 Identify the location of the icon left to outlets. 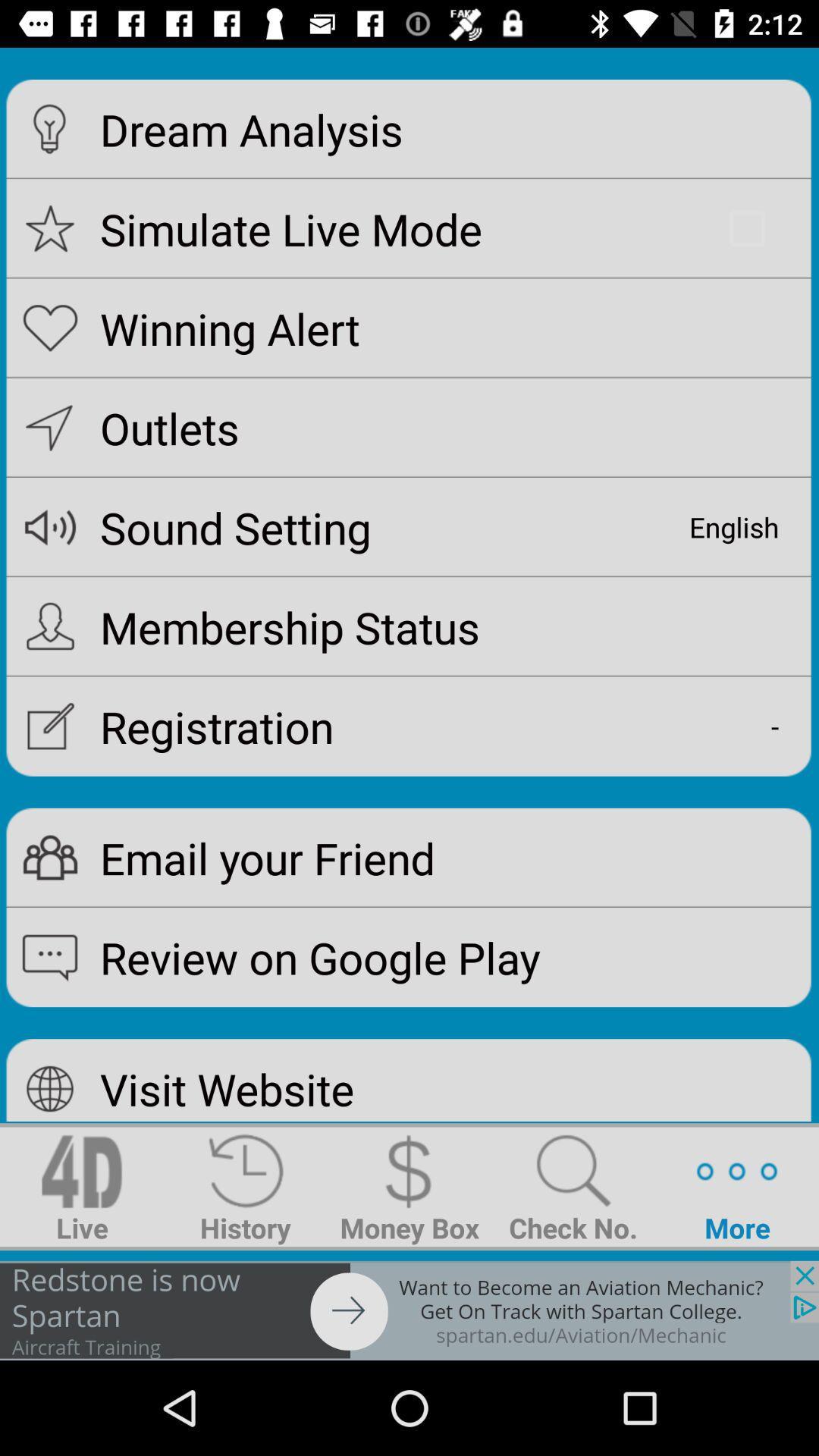
(49, 427).